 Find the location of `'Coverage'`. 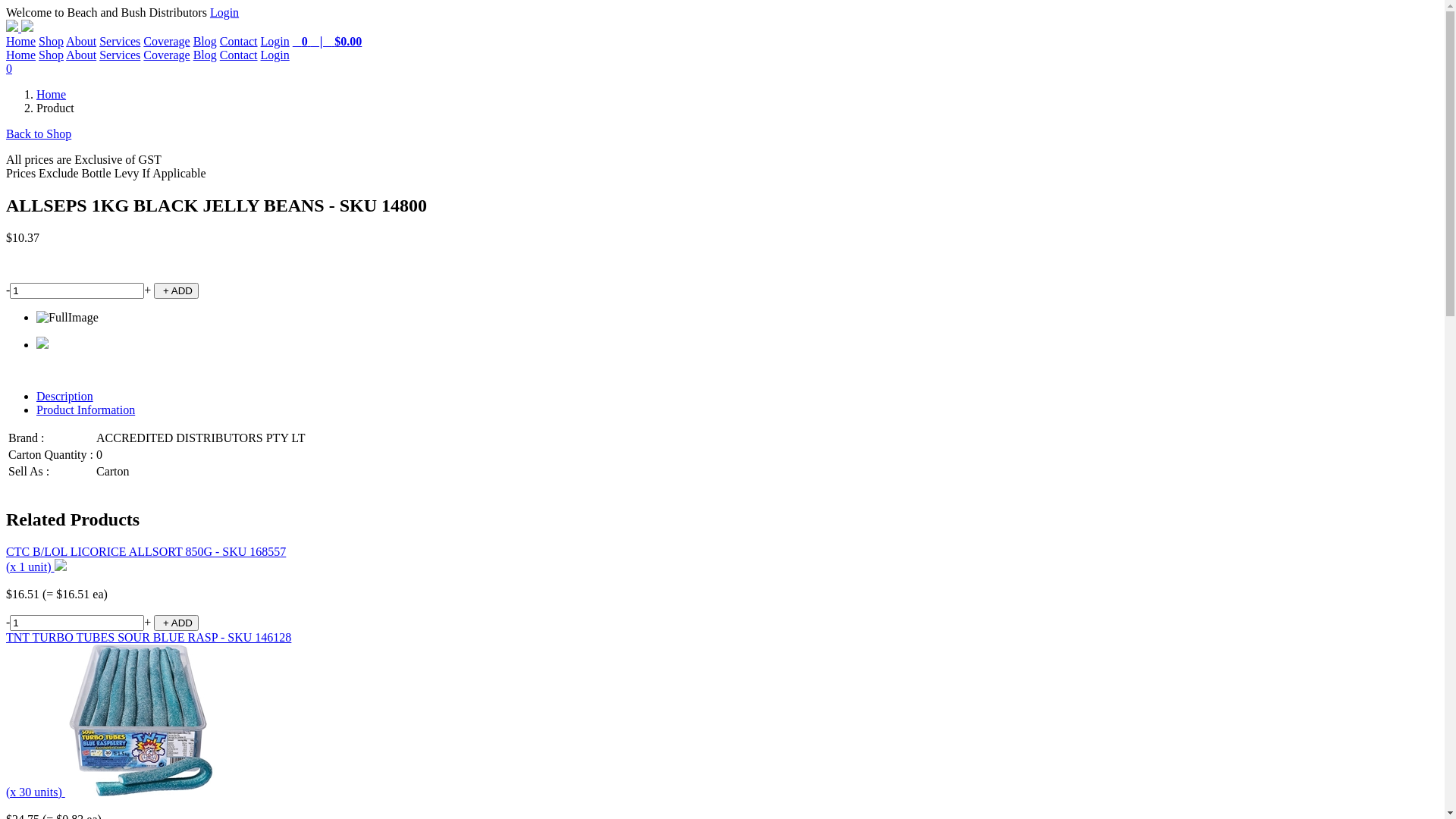

'Coverage' is located at coordinates (166, 40).